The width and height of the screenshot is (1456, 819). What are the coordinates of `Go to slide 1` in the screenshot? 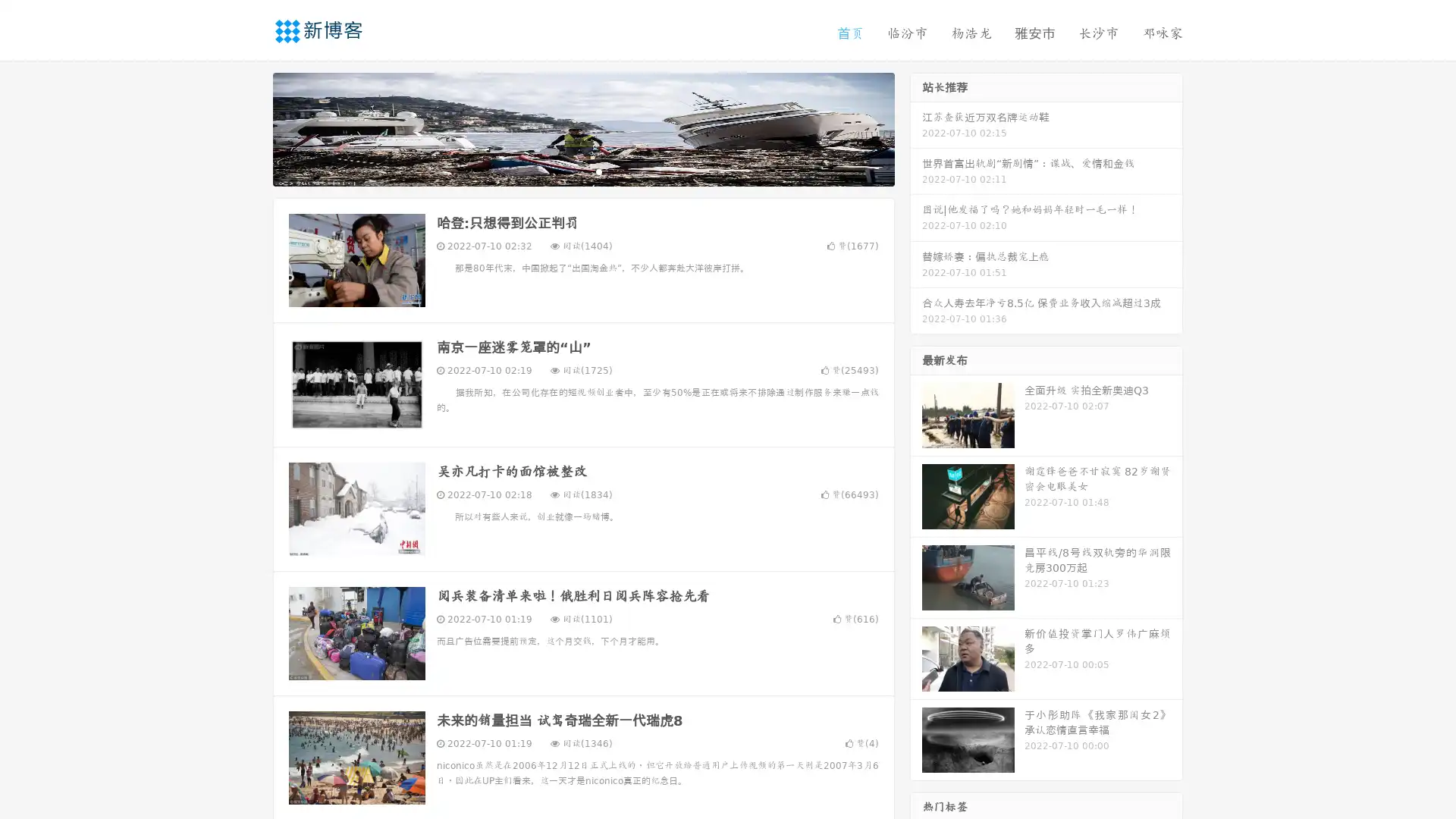 It's located at (567, 171).